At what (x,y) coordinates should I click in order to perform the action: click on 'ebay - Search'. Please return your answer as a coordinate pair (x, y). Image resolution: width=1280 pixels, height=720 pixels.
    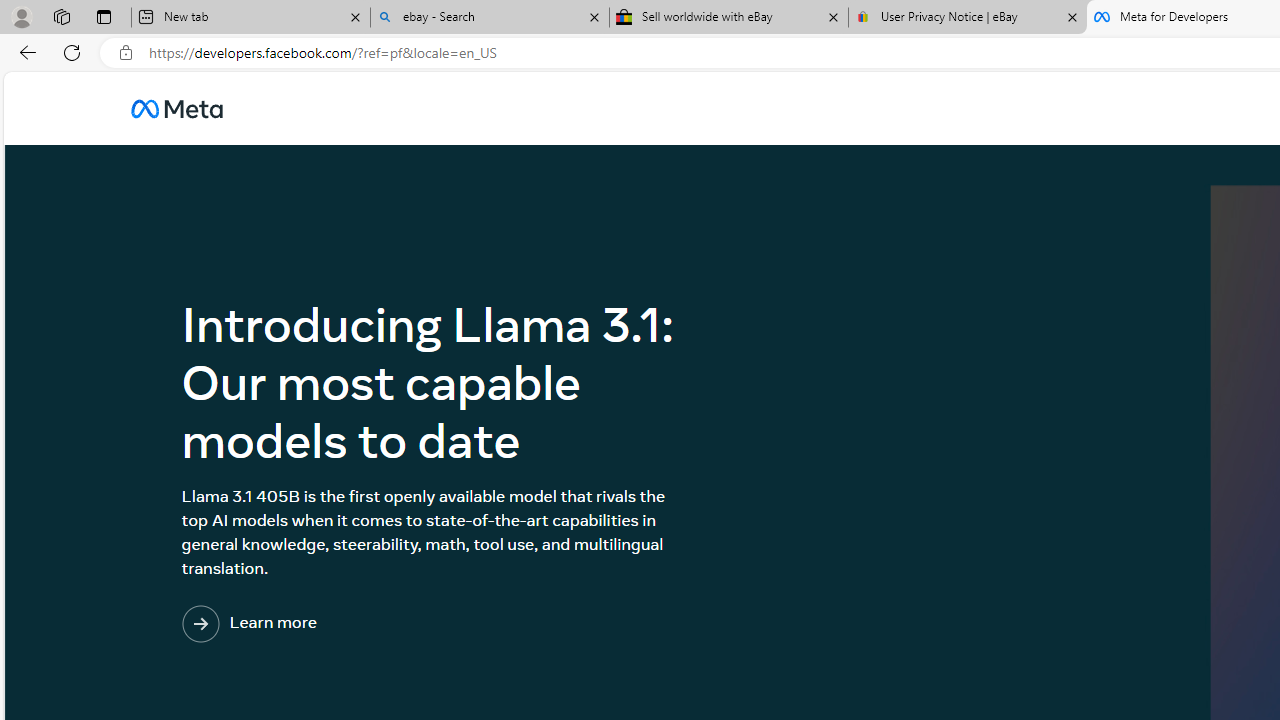
    Looking at the image, I should click on (490, 17).